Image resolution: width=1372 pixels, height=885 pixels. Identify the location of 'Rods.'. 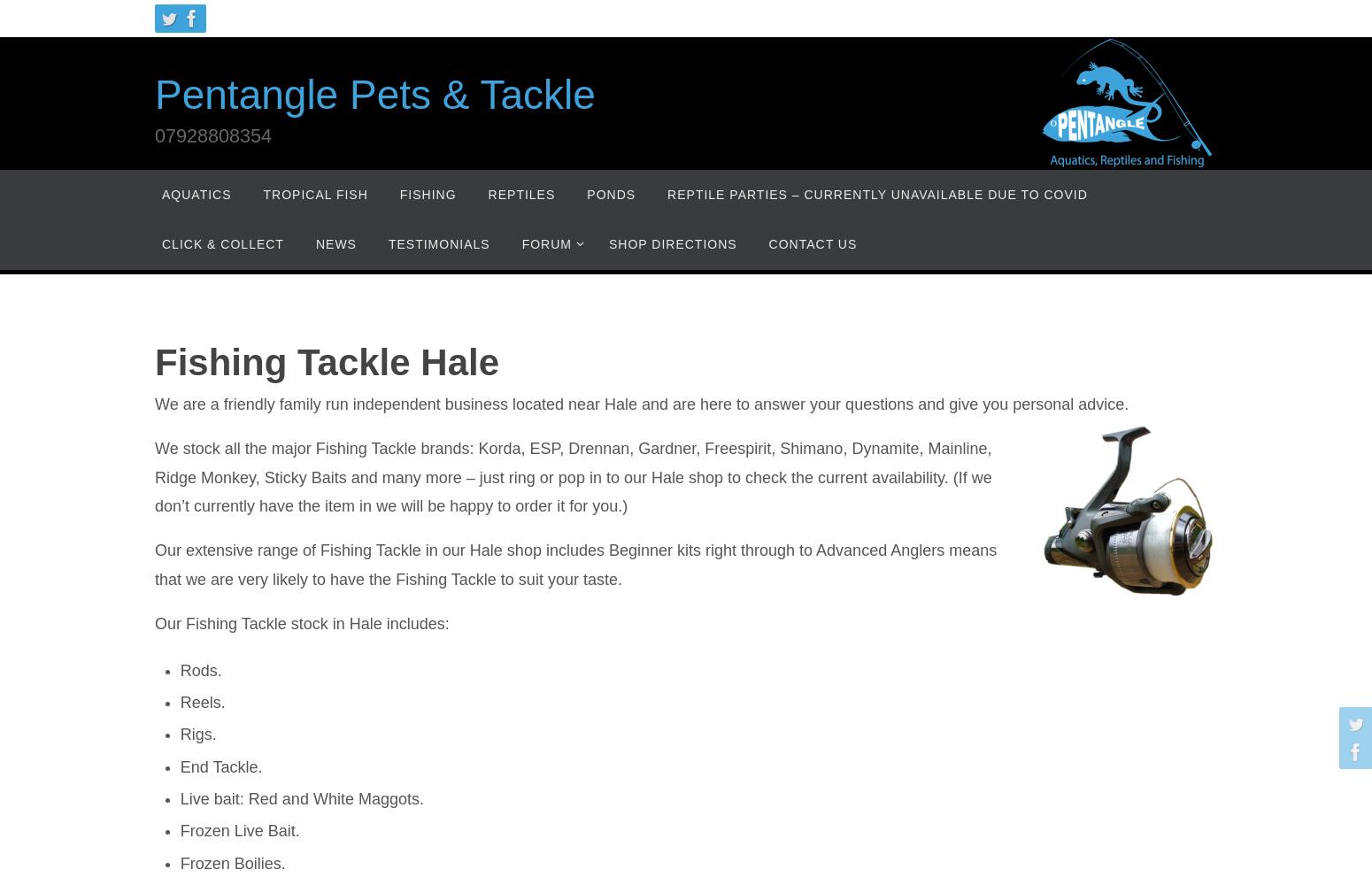
(179, 670).